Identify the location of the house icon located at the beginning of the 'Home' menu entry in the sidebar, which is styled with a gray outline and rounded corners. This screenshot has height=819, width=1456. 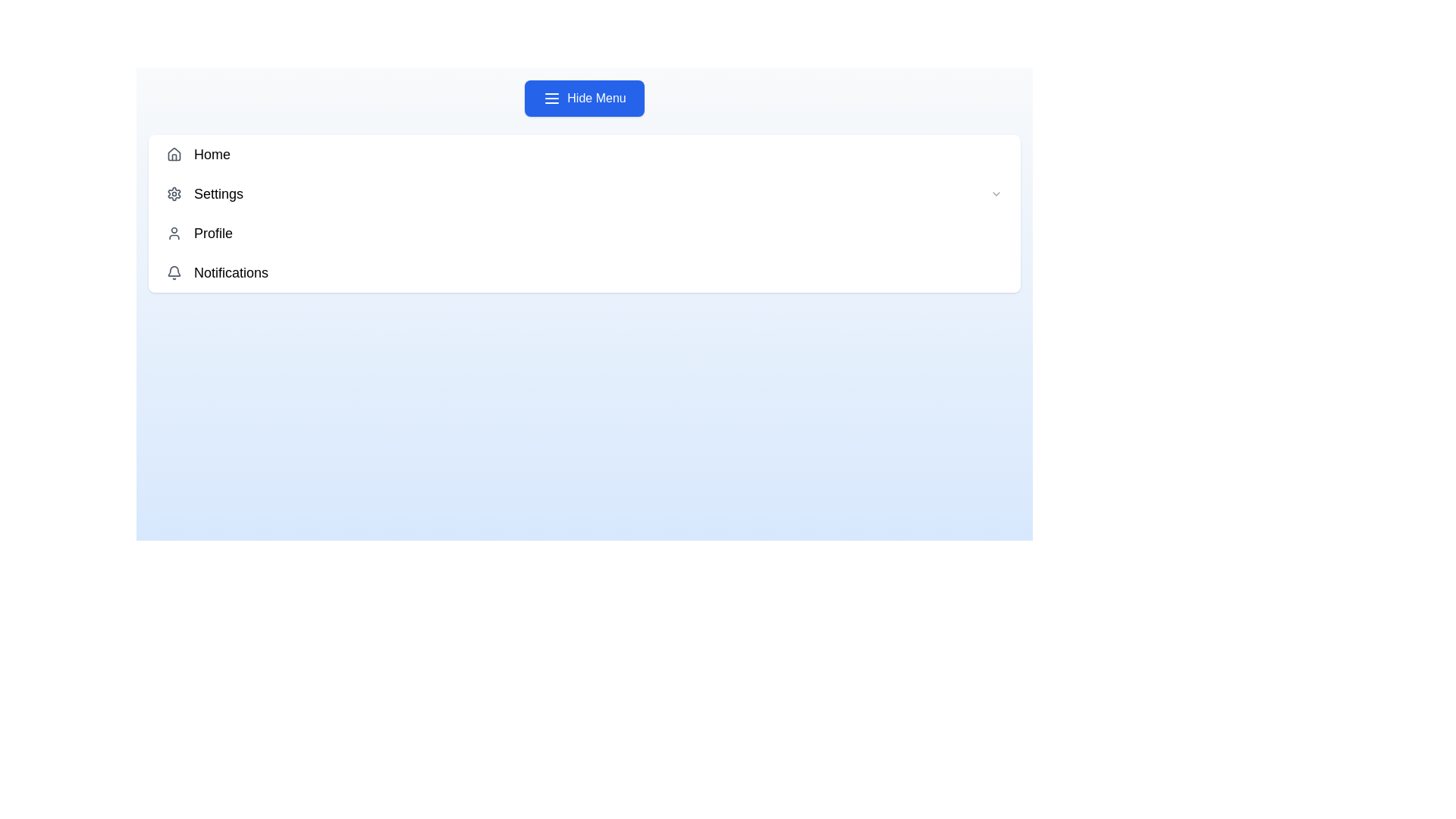
(174, 155).